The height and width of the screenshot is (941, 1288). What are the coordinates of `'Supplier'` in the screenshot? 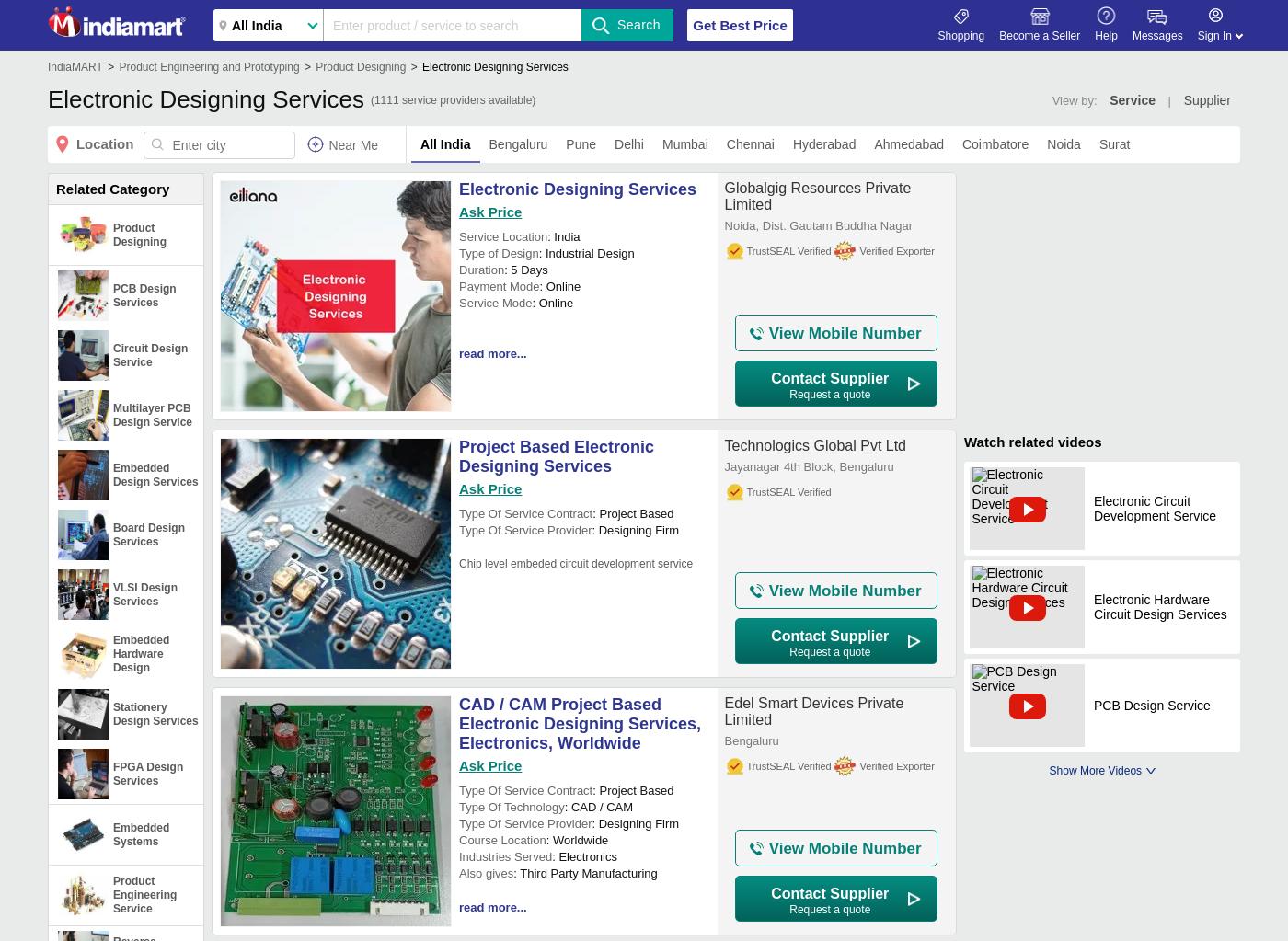 It's located at (1206, 99).